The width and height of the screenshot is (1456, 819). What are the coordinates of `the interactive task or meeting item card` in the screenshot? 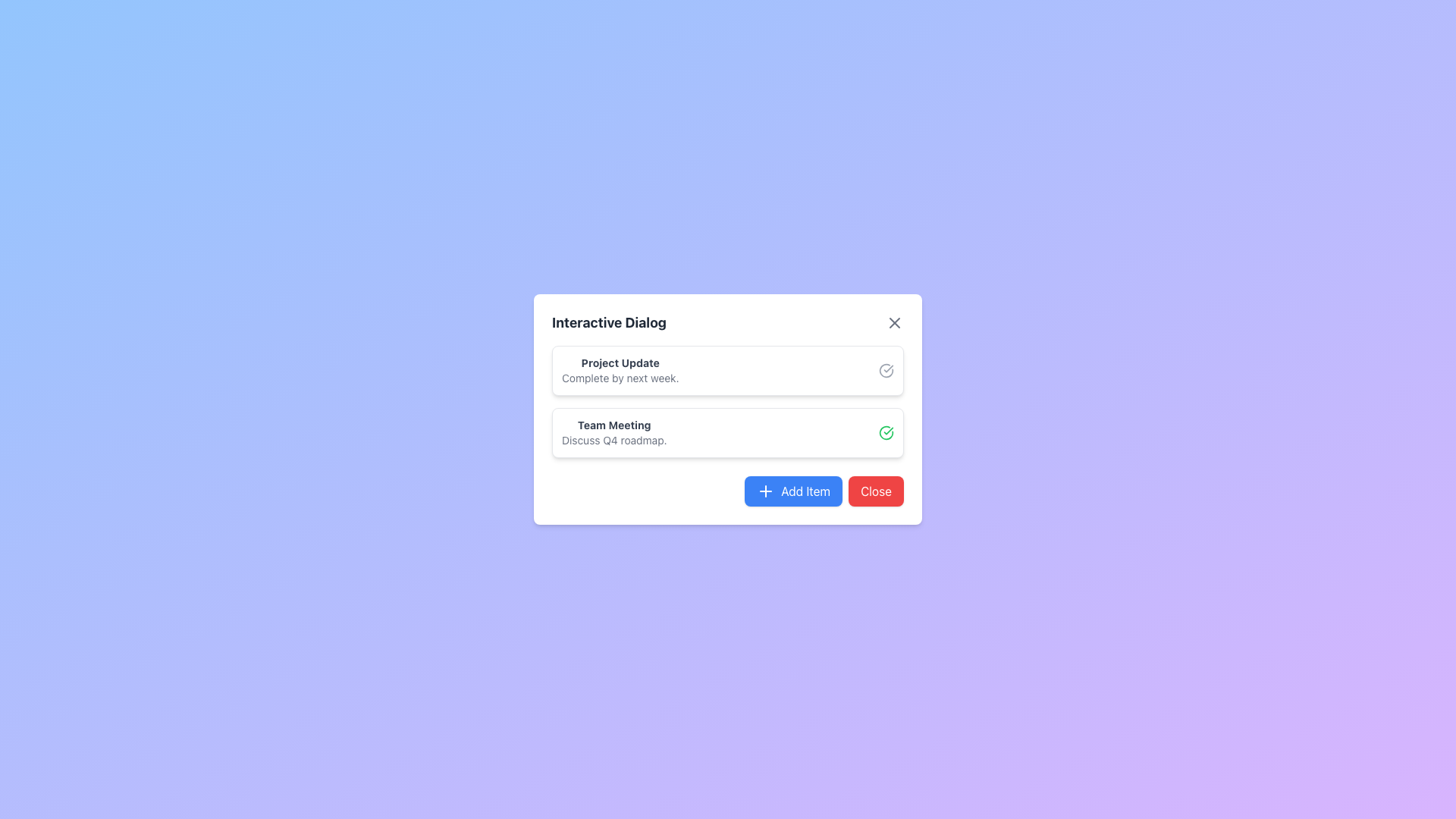 It's located at (728, 432).